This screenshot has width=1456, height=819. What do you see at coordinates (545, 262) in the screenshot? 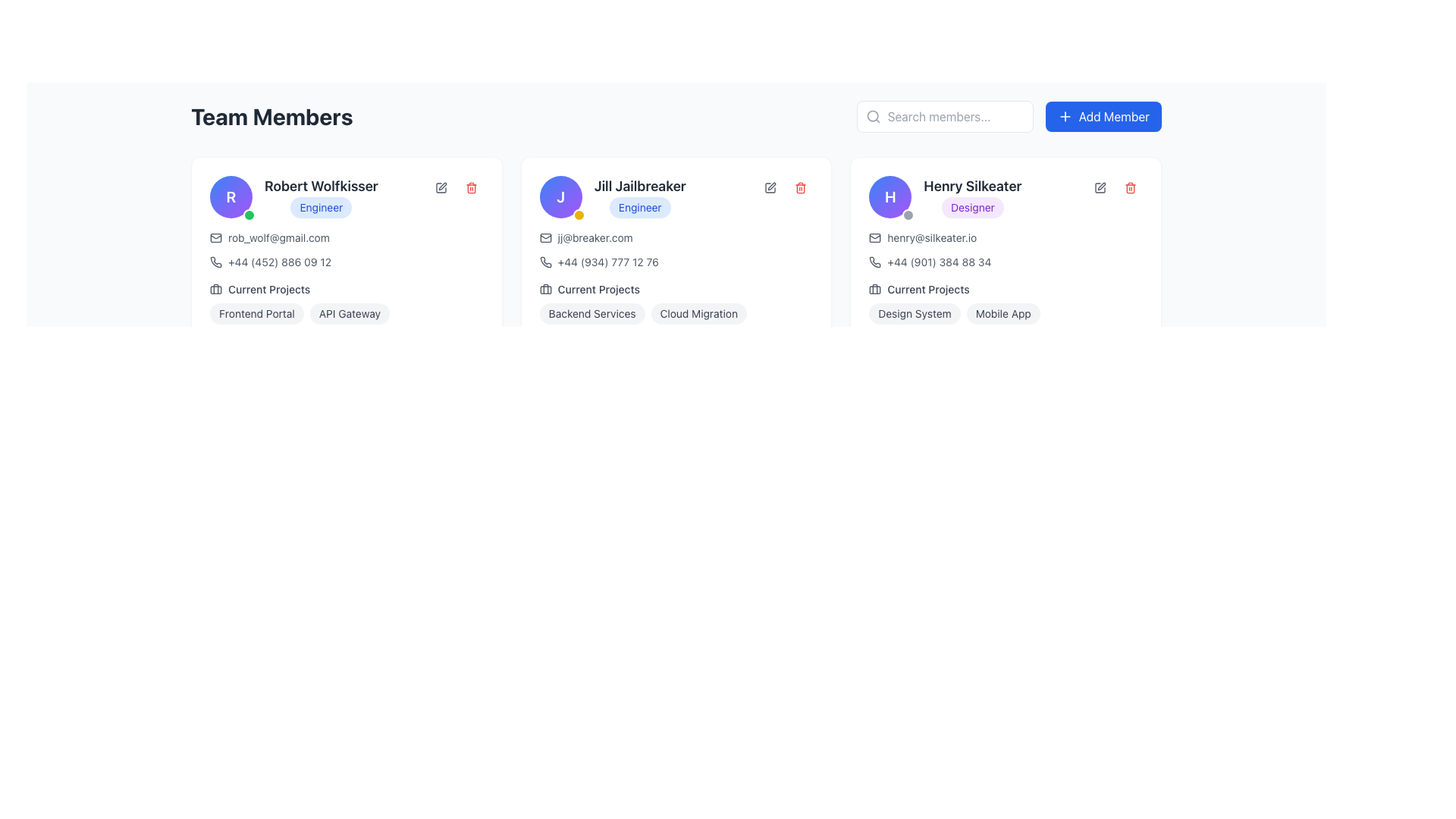
I see `the SVG-based phone icon representing the phone number field for 'Jill Jailbreaker'` at bounding box center [545, 262].